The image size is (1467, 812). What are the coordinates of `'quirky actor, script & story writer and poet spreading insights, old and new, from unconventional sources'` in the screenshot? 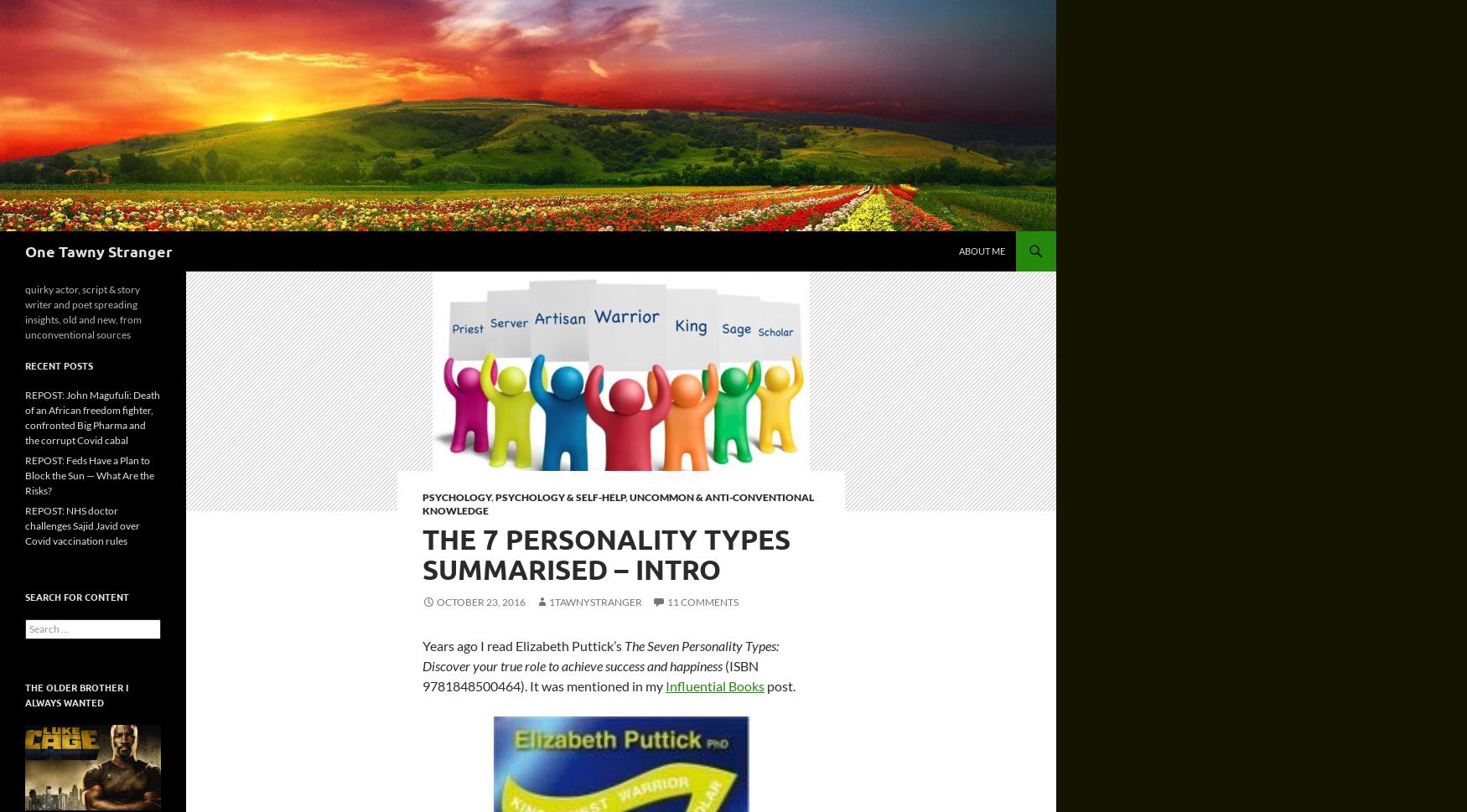 It's located at (83, 312).